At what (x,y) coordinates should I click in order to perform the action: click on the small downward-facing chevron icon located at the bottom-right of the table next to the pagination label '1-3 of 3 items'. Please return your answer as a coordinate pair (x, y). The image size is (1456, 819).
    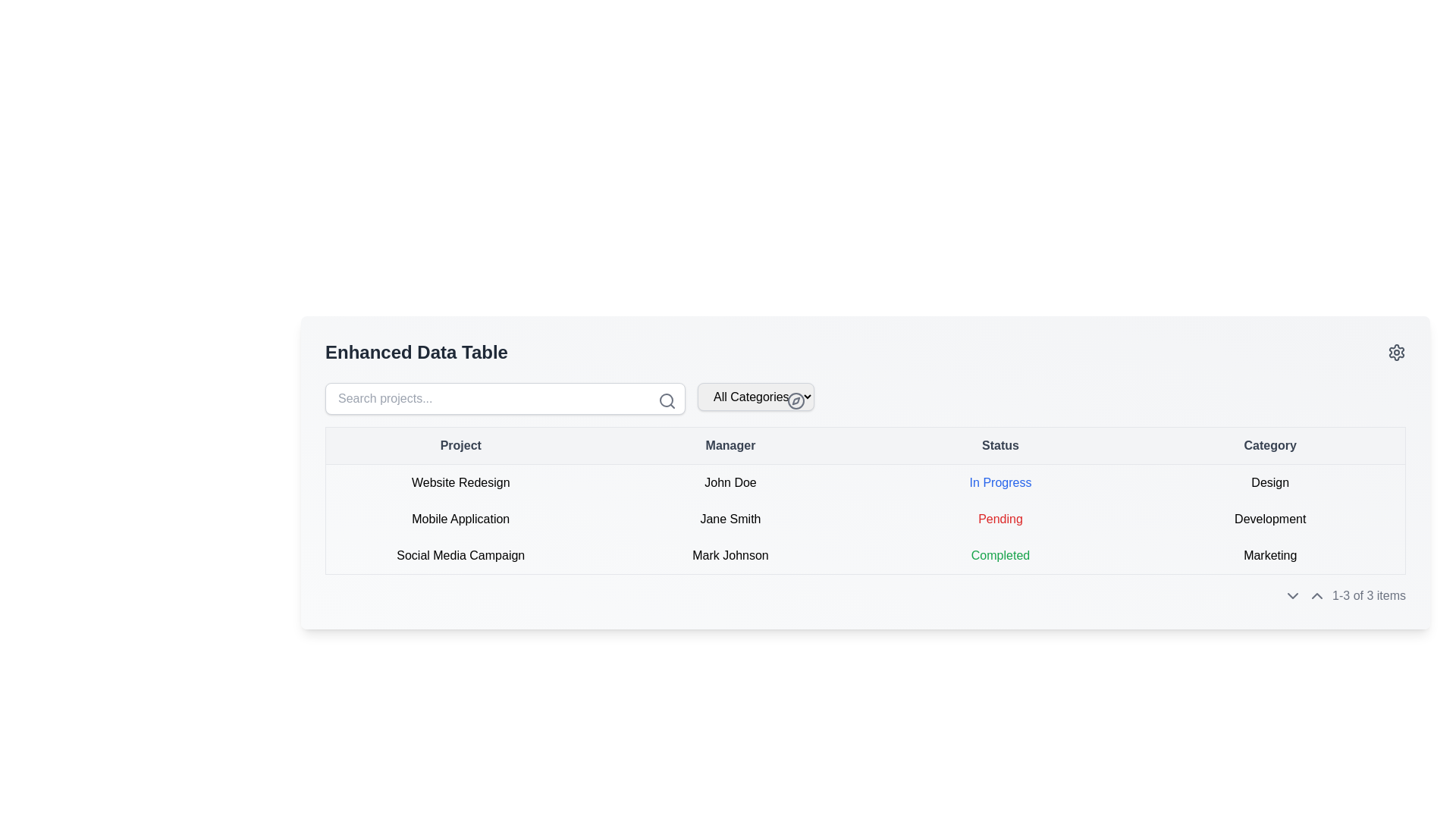
    Looking at the image, I should click on (1292, 595).